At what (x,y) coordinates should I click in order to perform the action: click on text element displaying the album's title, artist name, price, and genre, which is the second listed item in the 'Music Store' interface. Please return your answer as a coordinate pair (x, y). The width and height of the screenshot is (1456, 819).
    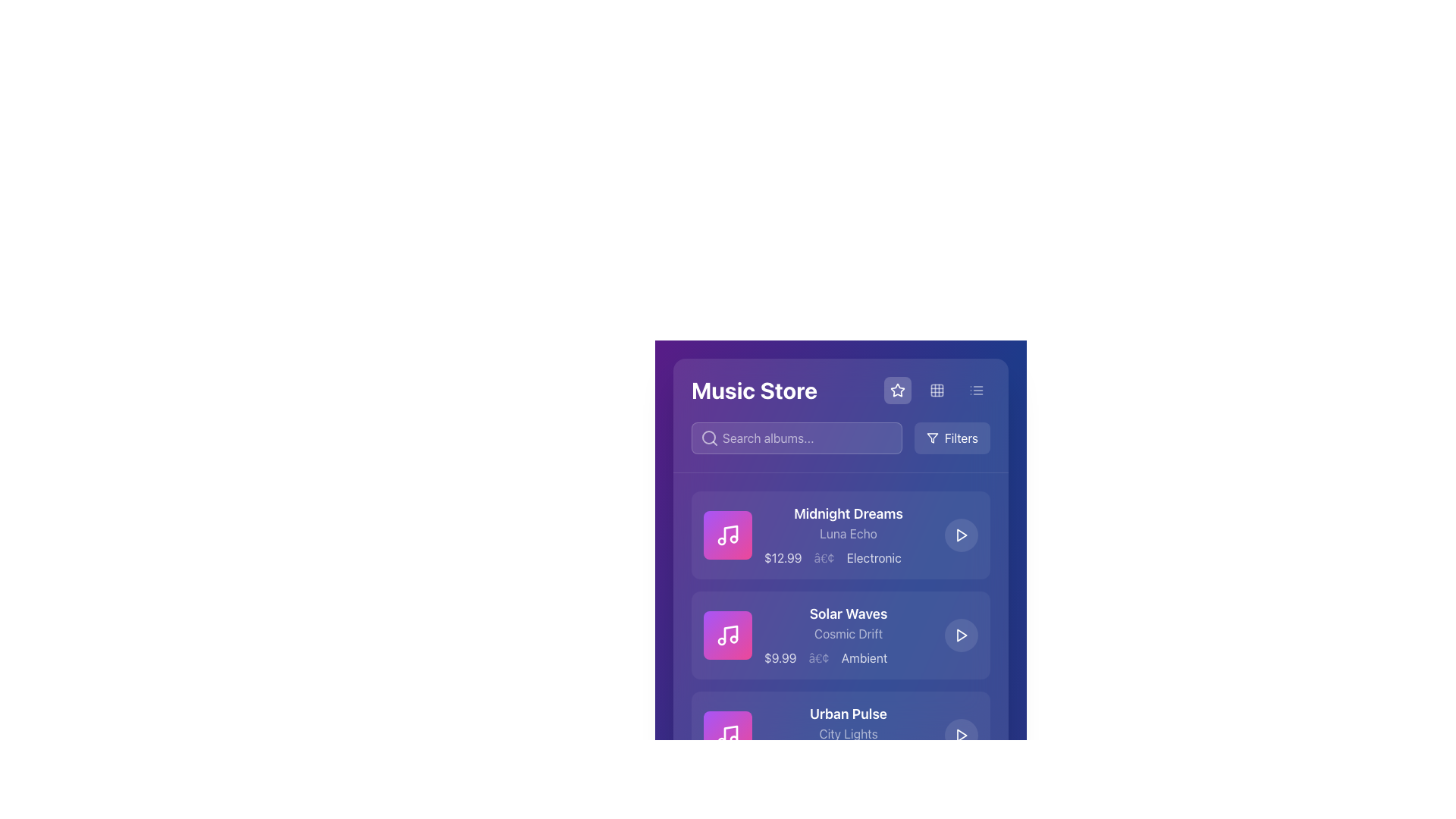
    Looking at the image, I should click on (847, 635).